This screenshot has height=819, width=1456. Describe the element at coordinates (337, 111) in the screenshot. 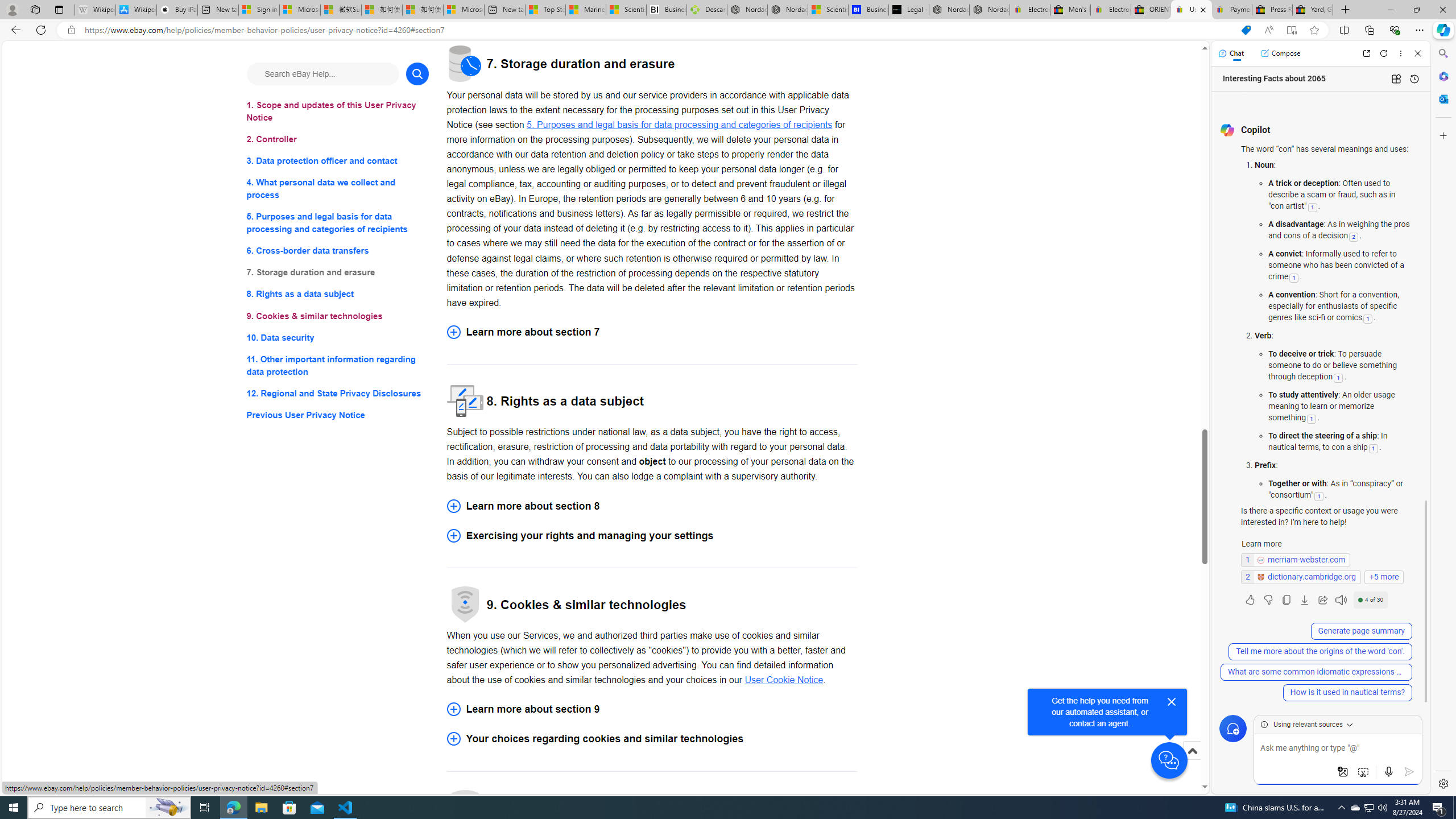

I see `'1. Scope and updates of this User Privacy Notice'` at that location.